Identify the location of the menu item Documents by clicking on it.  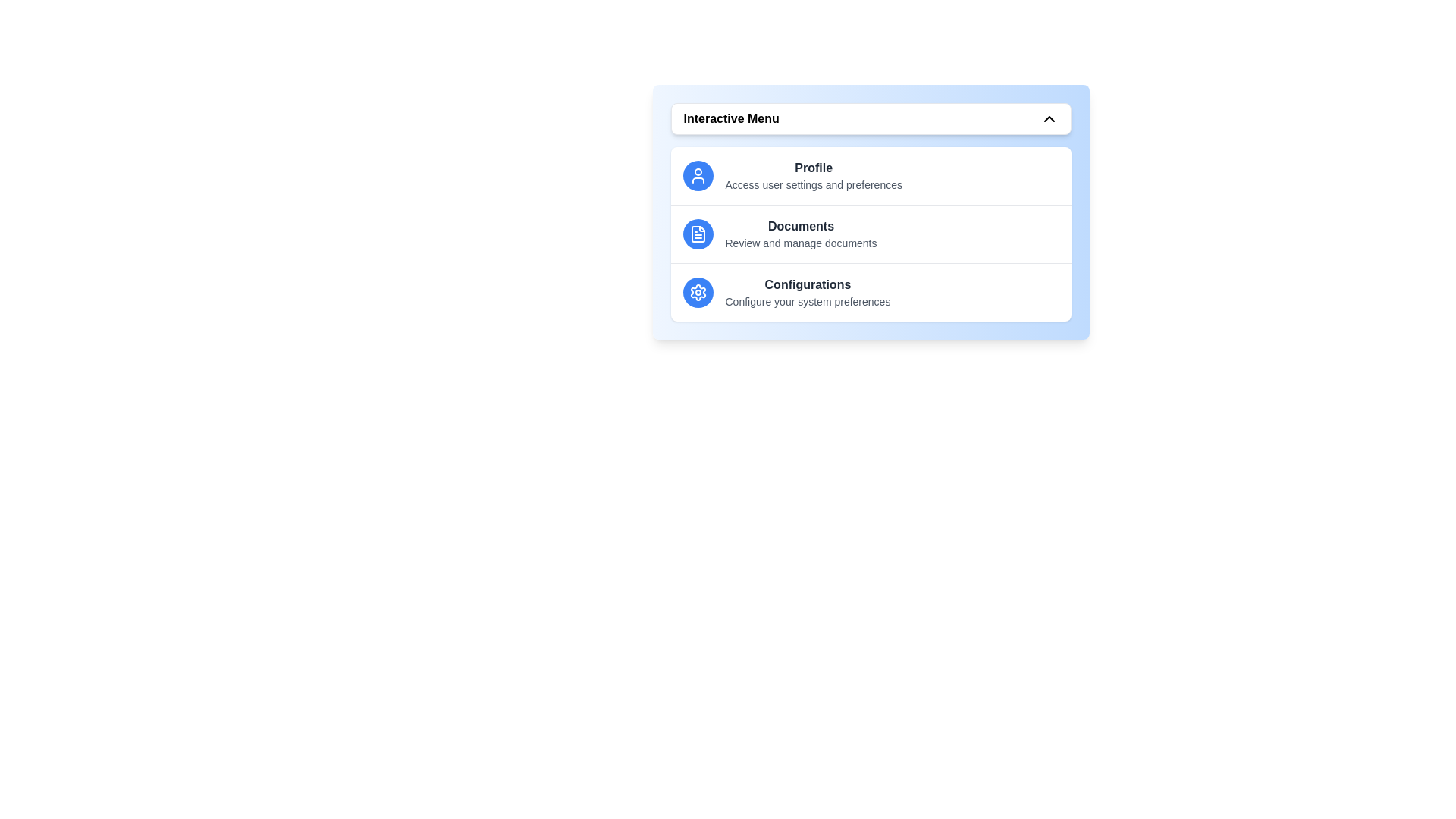
(871, 234).